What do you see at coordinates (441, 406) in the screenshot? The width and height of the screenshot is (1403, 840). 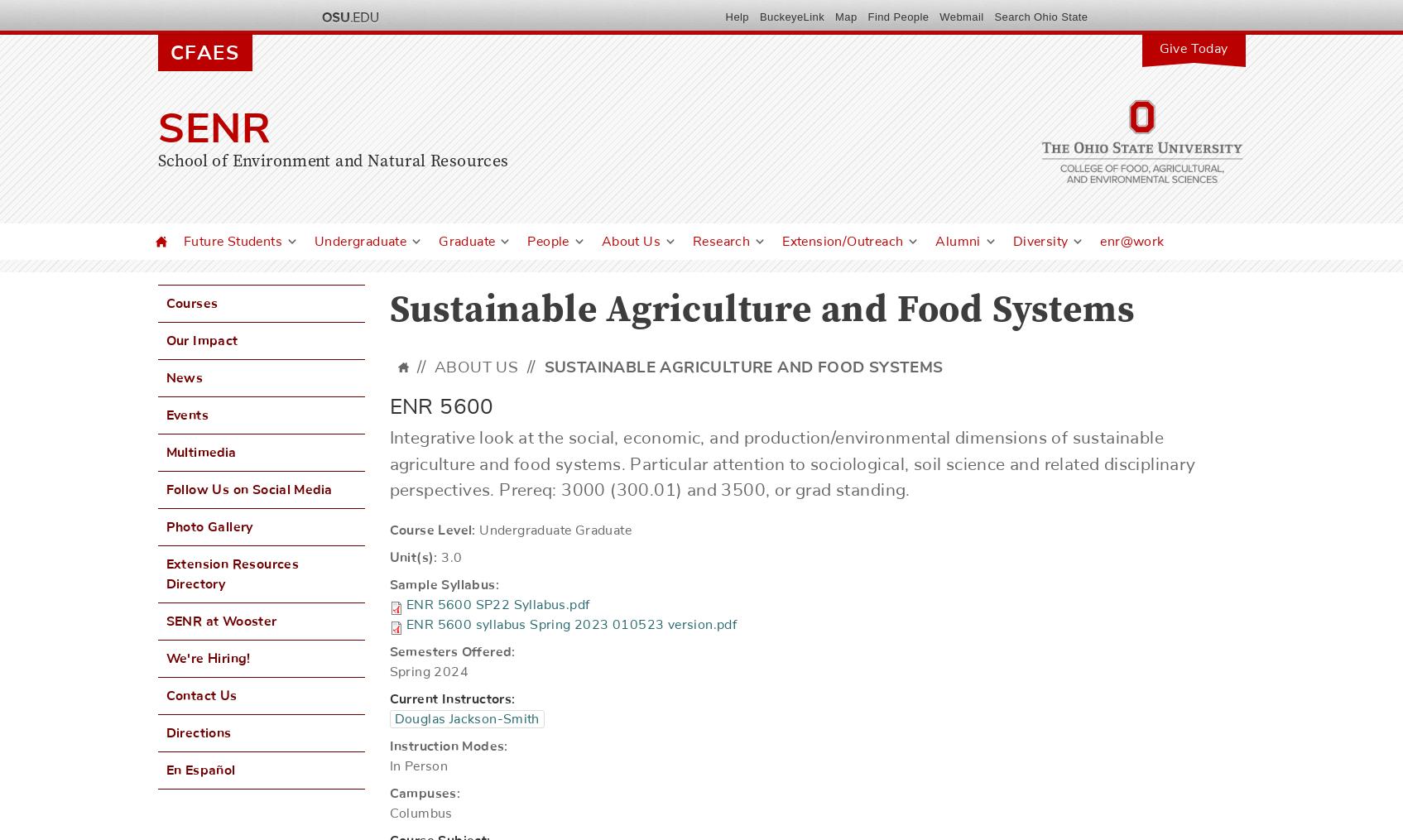 I see `'ENR 5600'` at bounding box center [441, 406].